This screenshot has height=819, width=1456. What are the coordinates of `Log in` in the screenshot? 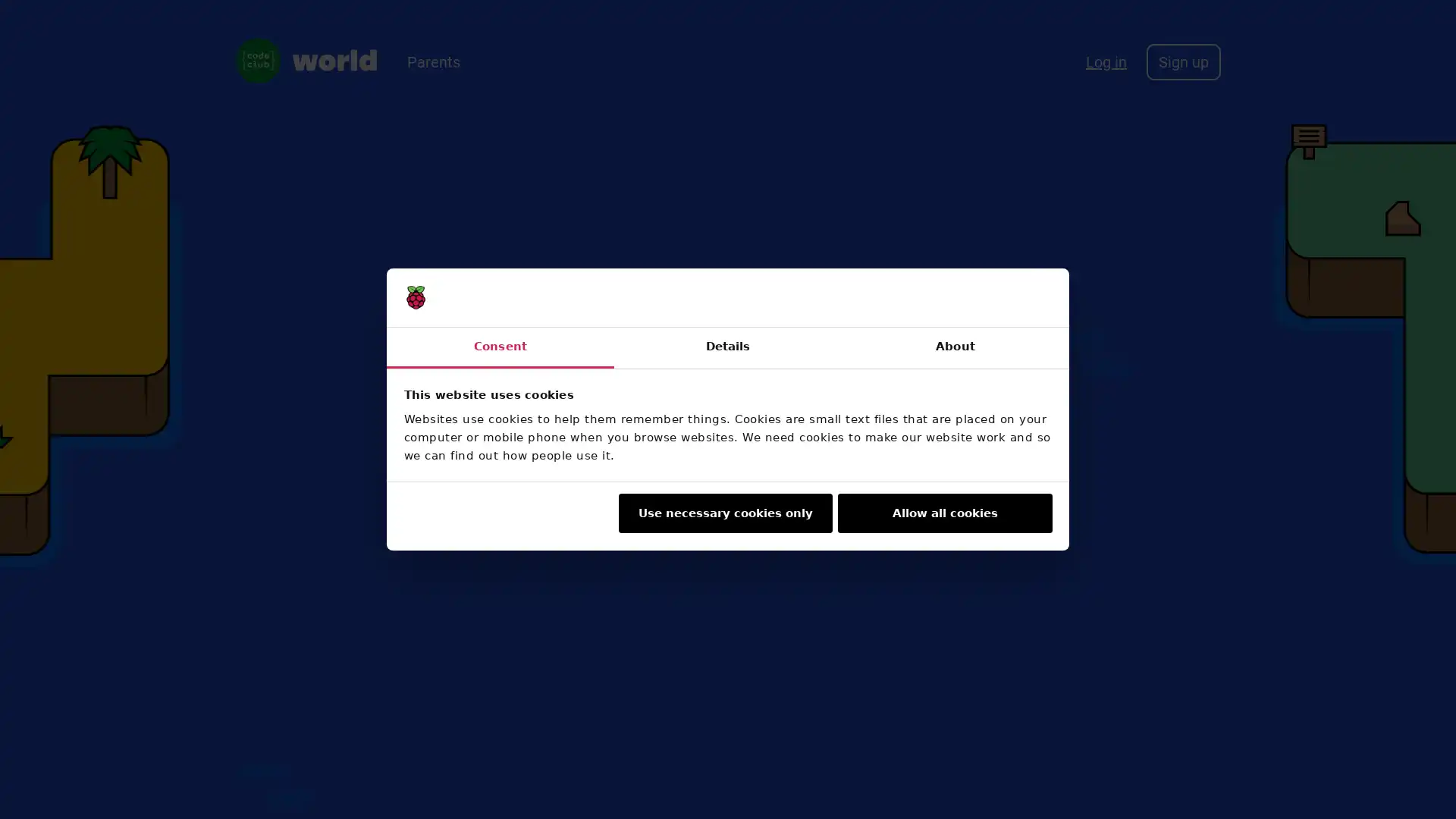 It's located at (1106, 61).